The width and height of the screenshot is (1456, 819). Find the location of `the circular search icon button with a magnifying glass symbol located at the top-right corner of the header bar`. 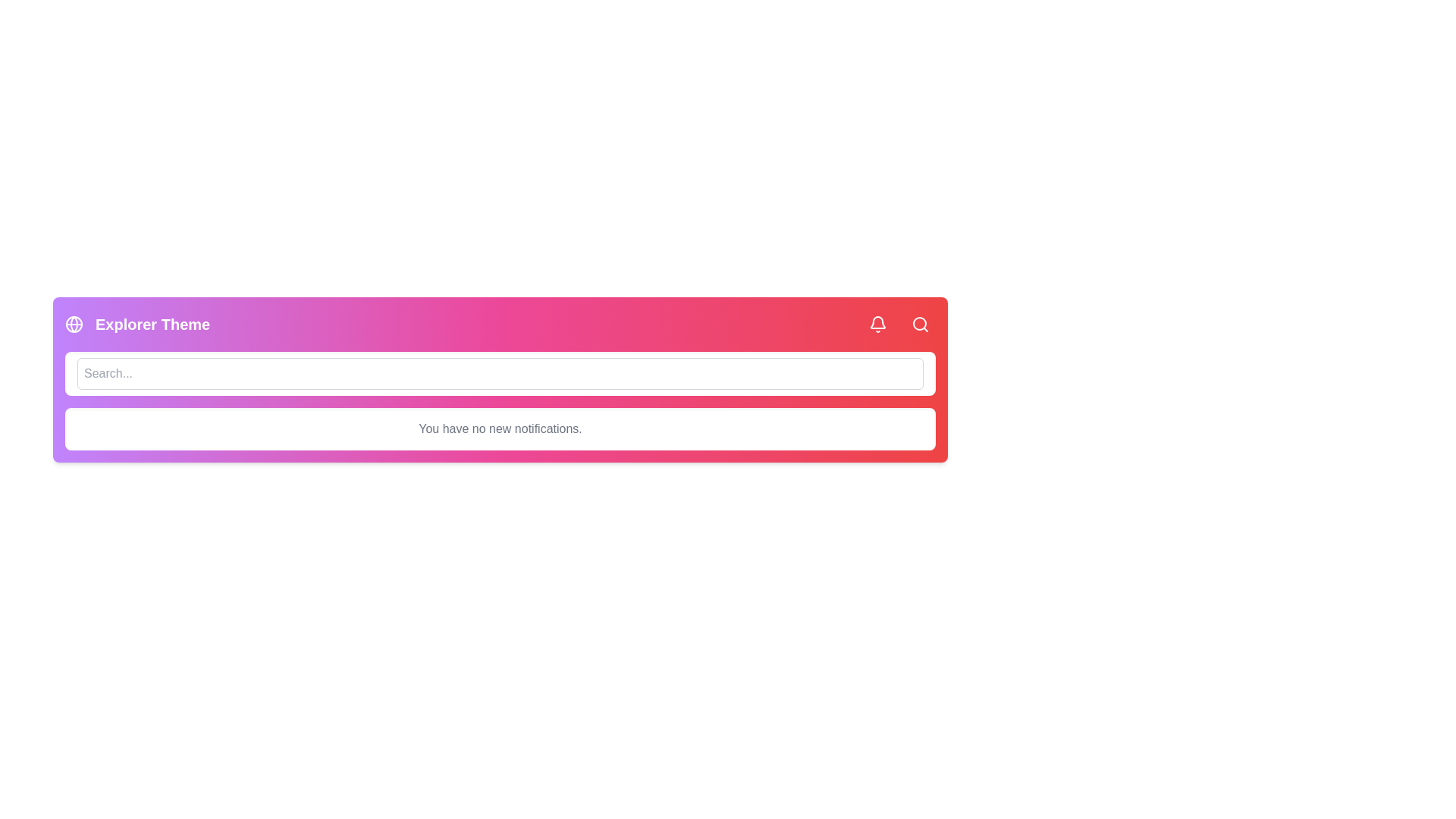

the circular search icon button with a magnifying glass symbol located at the top-right corner of the header bar is located at coordinates (920, 324).